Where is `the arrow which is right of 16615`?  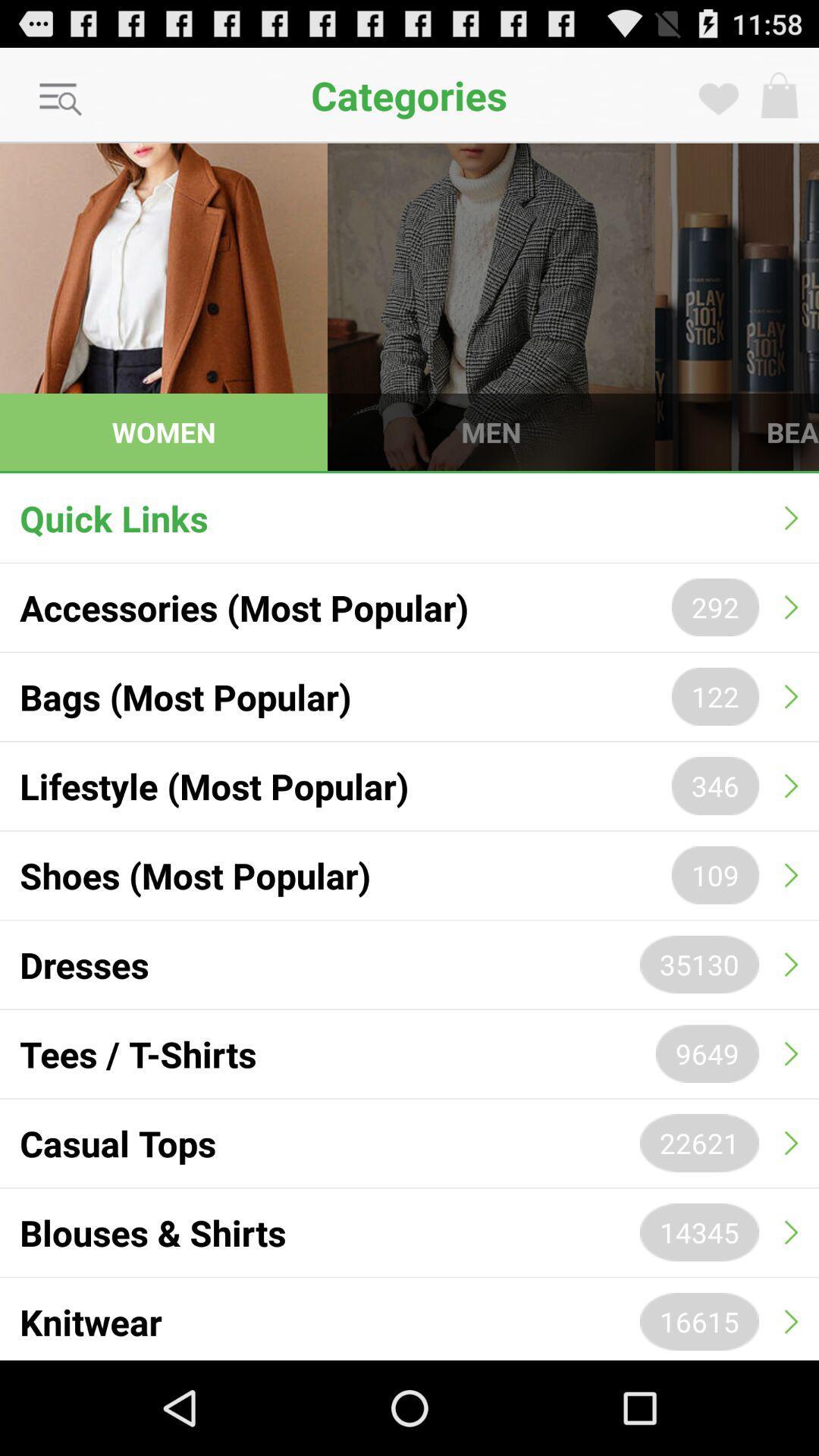
the arrow which is right of 16615 is located at coordinates (791, 1320).